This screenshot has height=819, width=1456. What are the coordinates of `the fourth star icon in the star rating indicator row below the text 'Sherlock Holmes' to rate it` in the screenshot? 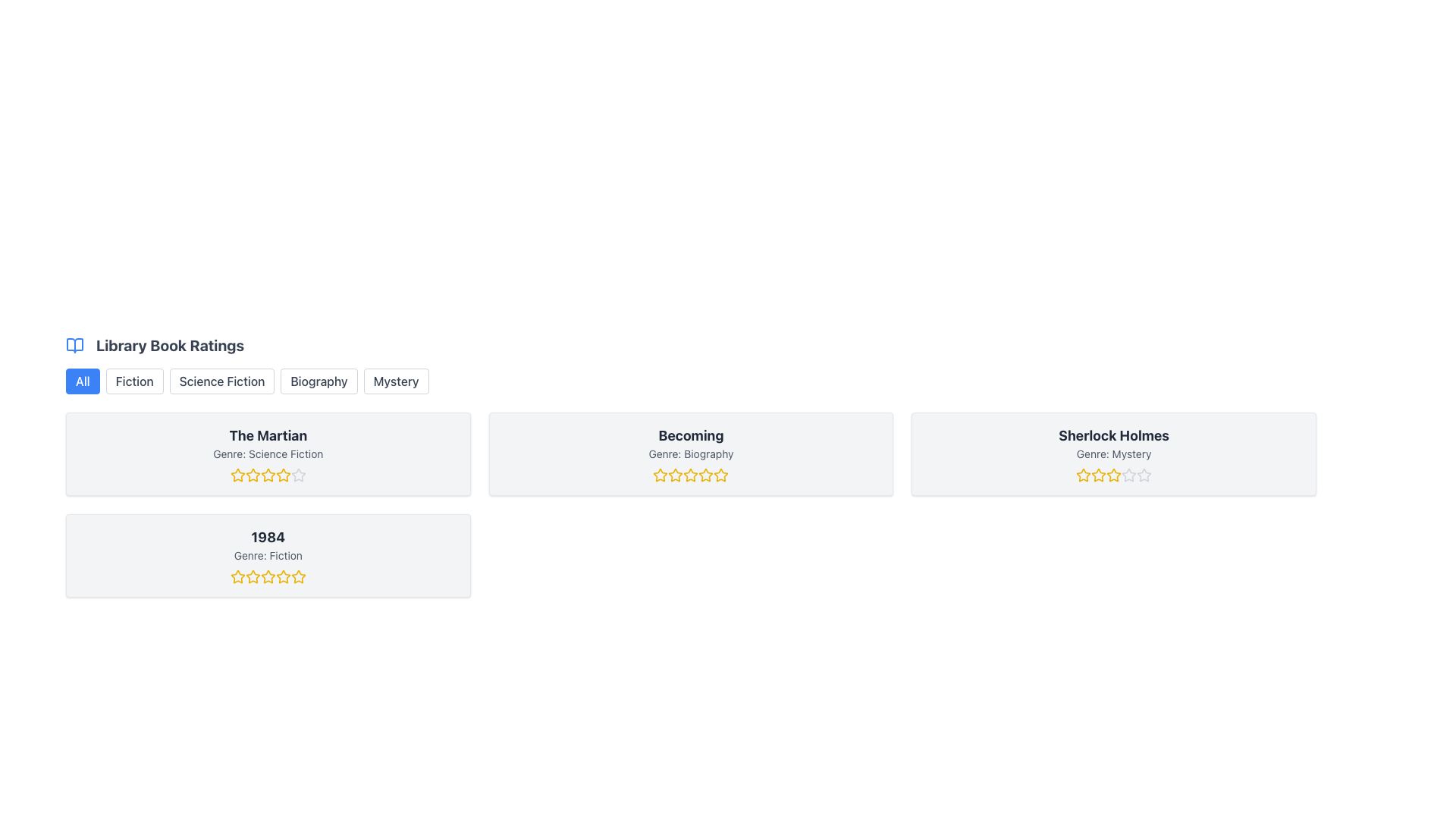 It's located at (1114, 475).